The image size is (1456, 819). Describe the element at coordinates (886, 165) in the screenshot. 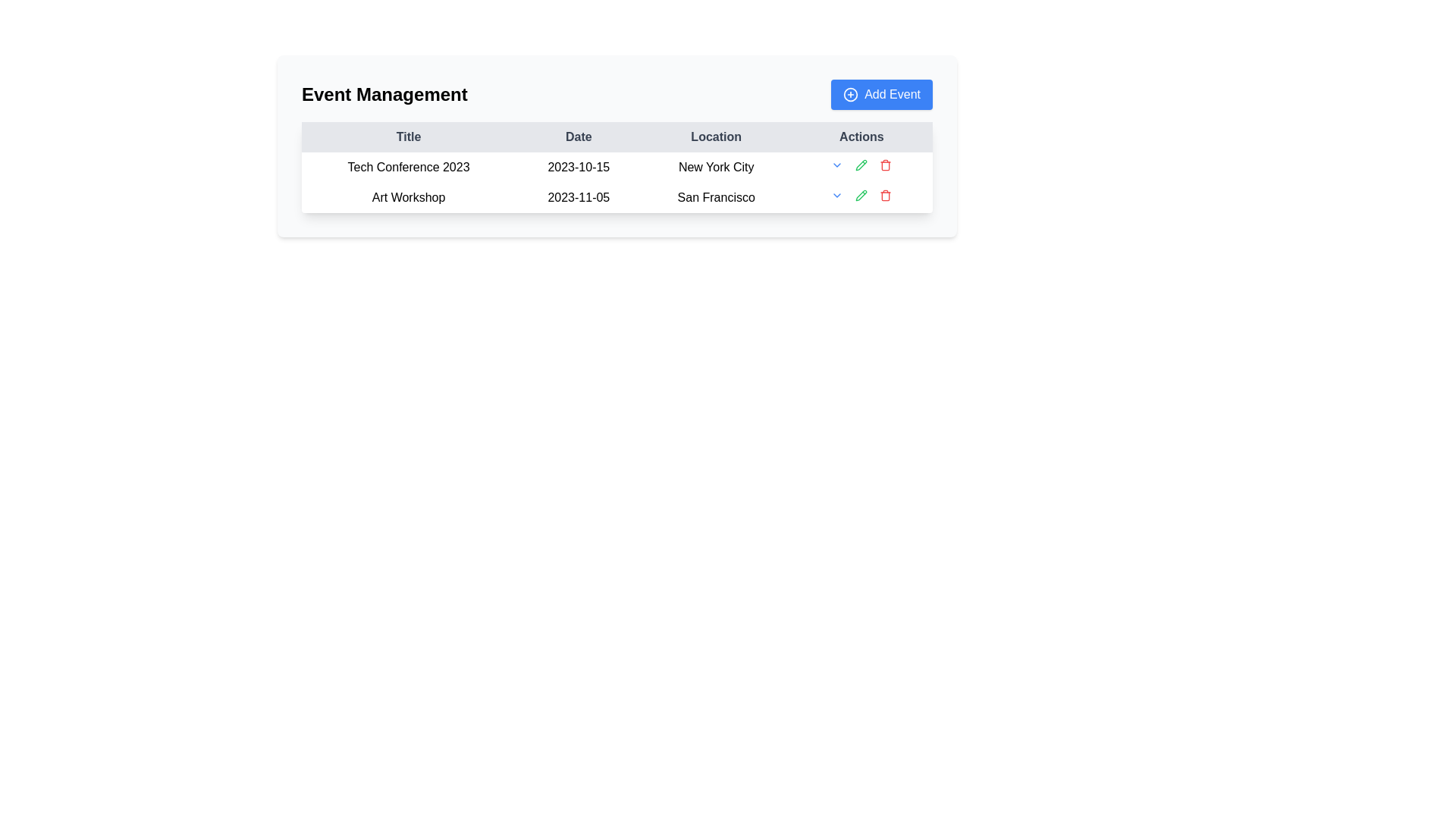

I see `the red trash can icon button in the 'Actions' column of the first row to initiate the delete action` at that location.